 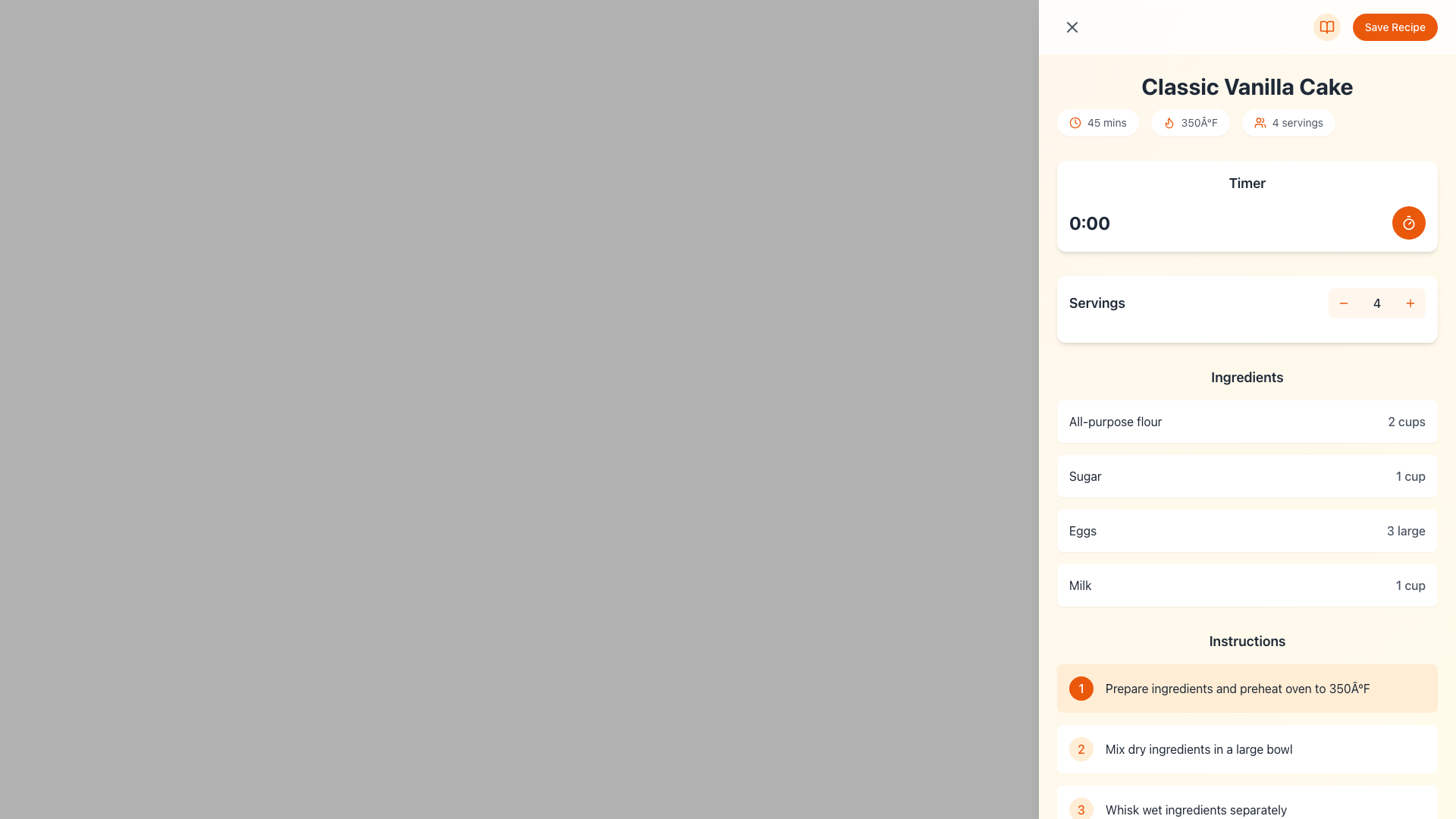 What do you see at coordinates (1079, 584) in the screenshot?
I see `the 'Milk' text label in the 'Ingredients' section, which describes the ingredient for the recipe` at bounding box center [1079, 584].